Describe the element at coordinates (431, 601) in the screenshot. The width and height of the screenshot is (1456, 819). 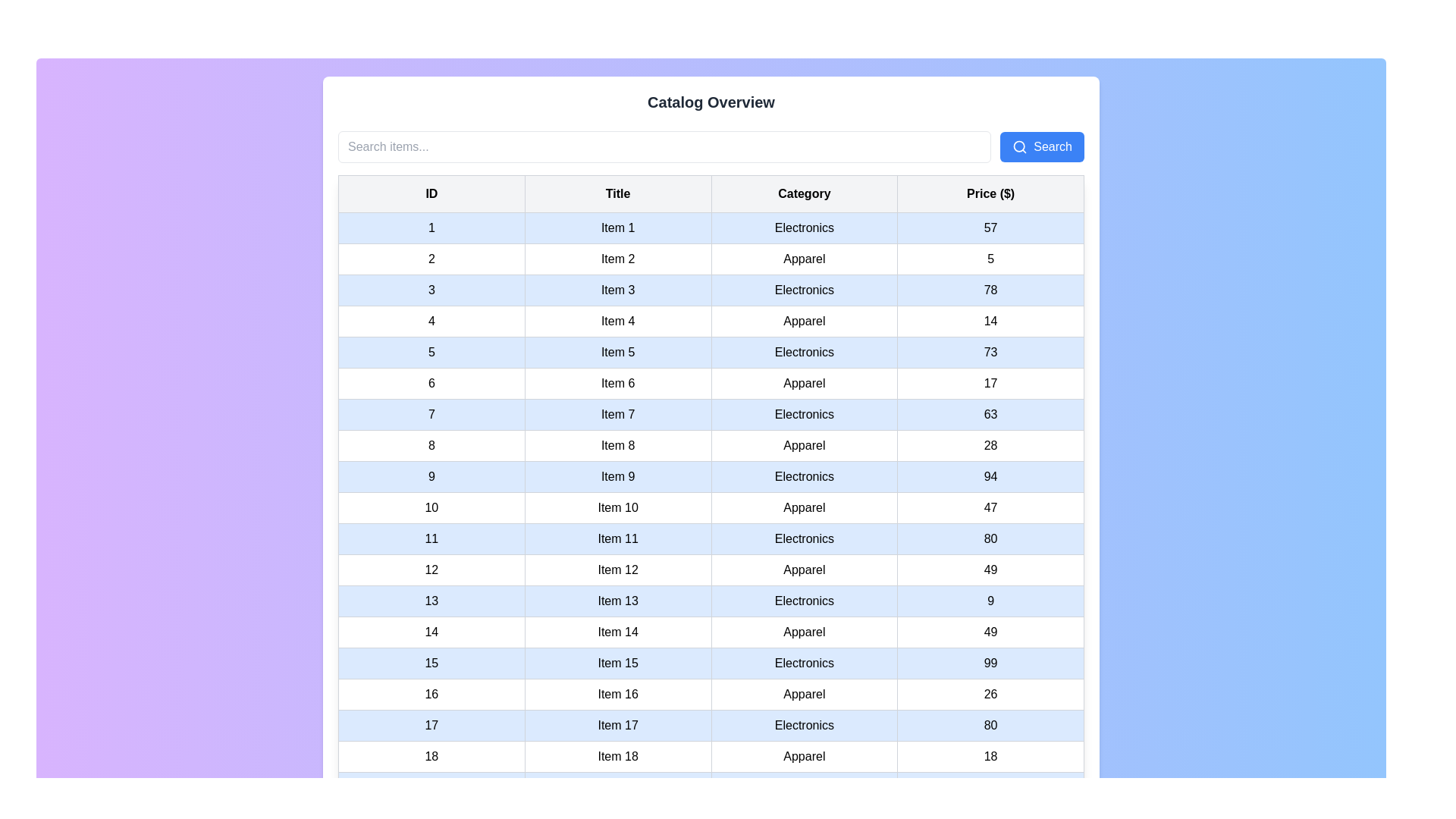
I see `the table cell displaying the text '13', which is the first cell in the row for 'Item 13', characterized by a light blue background and center-aligned black text` at that location.